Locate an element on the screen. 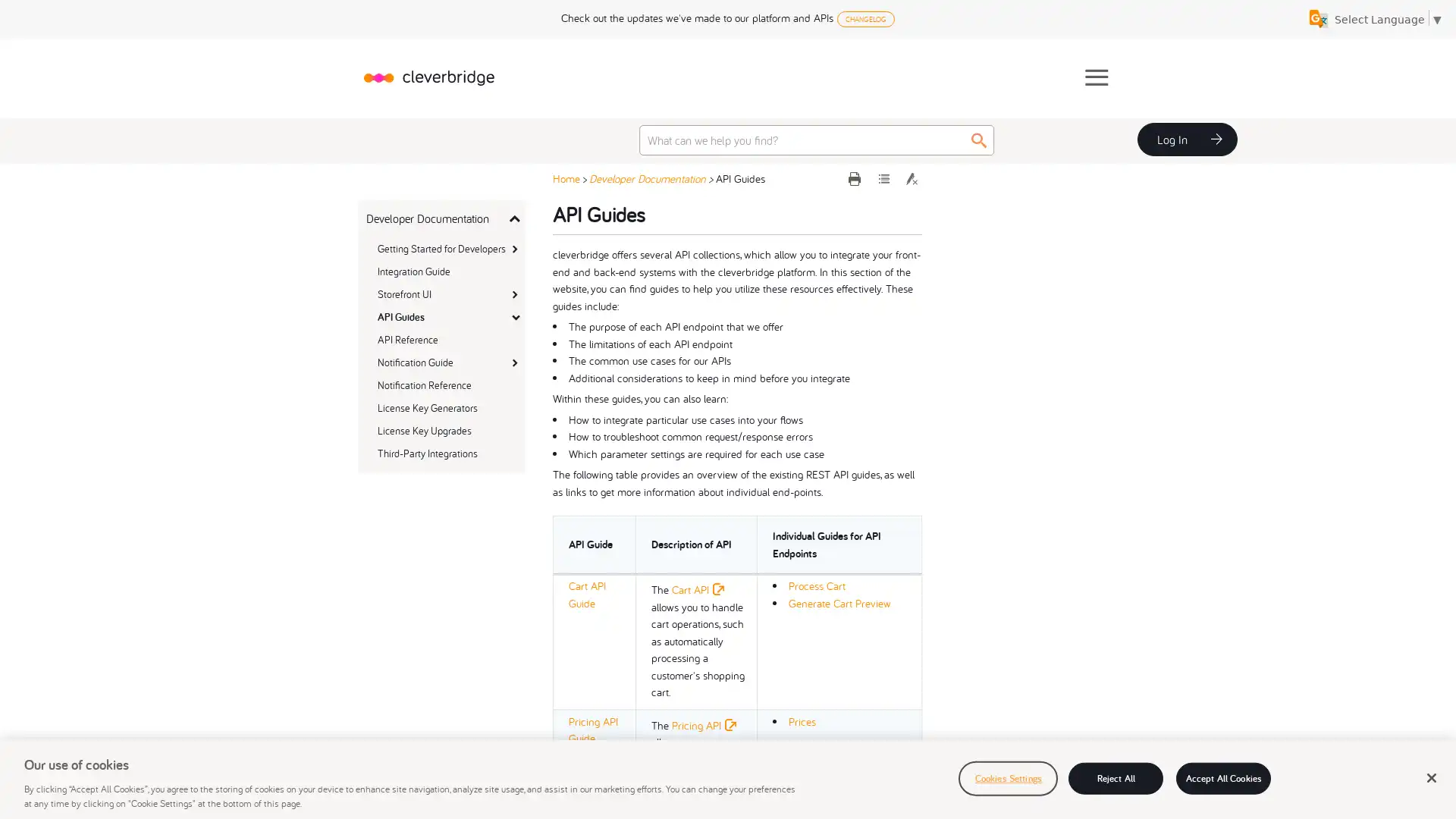 The width and height of the screenshot is (1456, 819). Print is located at coordinates (856, 177).